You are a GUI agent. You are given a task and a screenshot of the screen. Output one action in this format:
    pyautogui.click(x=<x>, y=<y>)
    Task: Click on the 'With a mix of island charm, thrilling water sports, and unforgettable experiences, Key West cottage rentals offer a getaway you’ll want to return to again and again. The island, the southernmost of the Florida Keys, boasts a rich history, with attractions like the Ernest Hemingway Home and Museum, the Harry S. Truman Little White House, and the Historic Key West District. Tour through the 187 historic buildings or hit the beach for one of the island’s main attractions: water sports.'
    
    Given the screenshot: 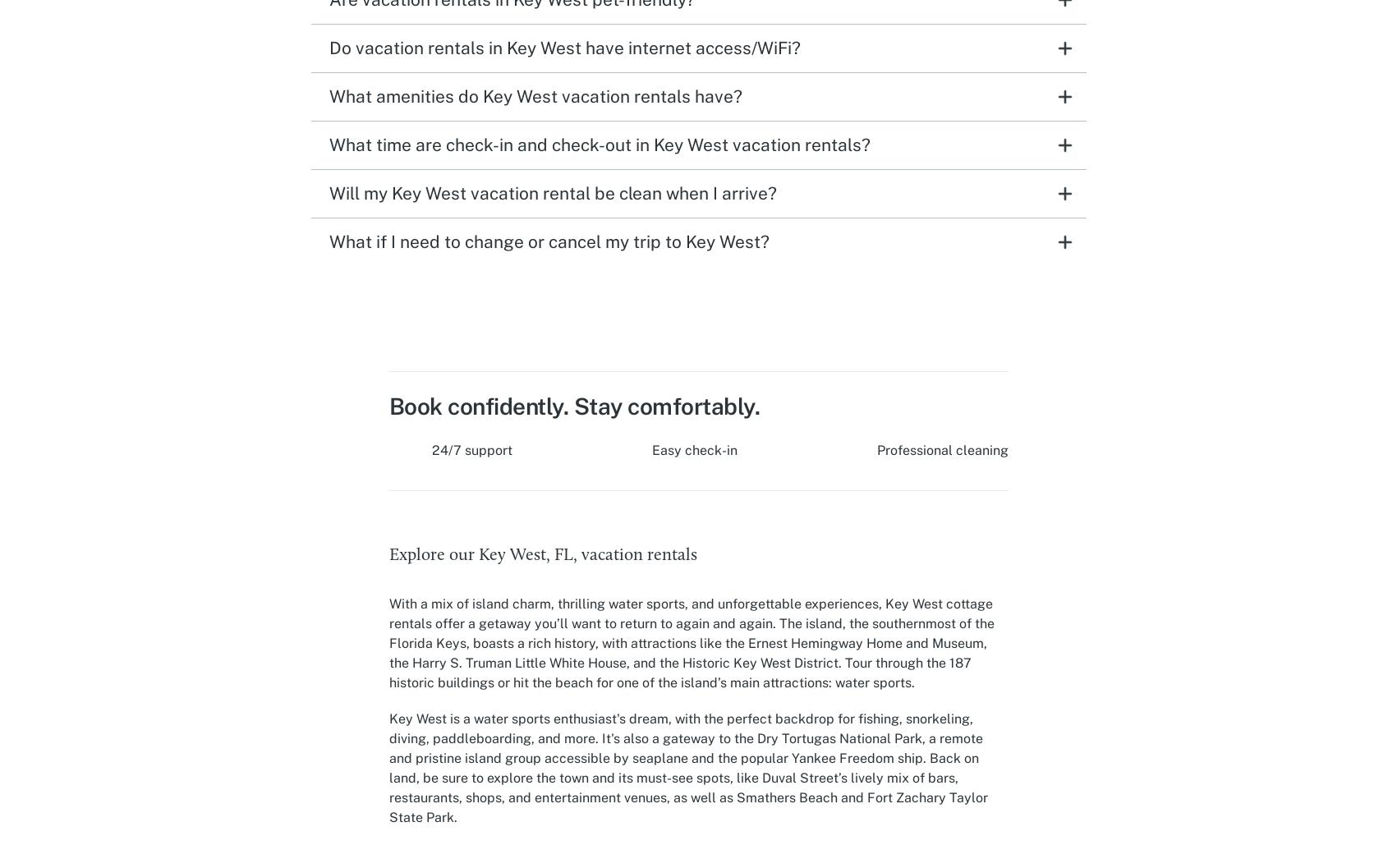 What is the action you would take?
    pyautogui.click(x=691, y=643)
    